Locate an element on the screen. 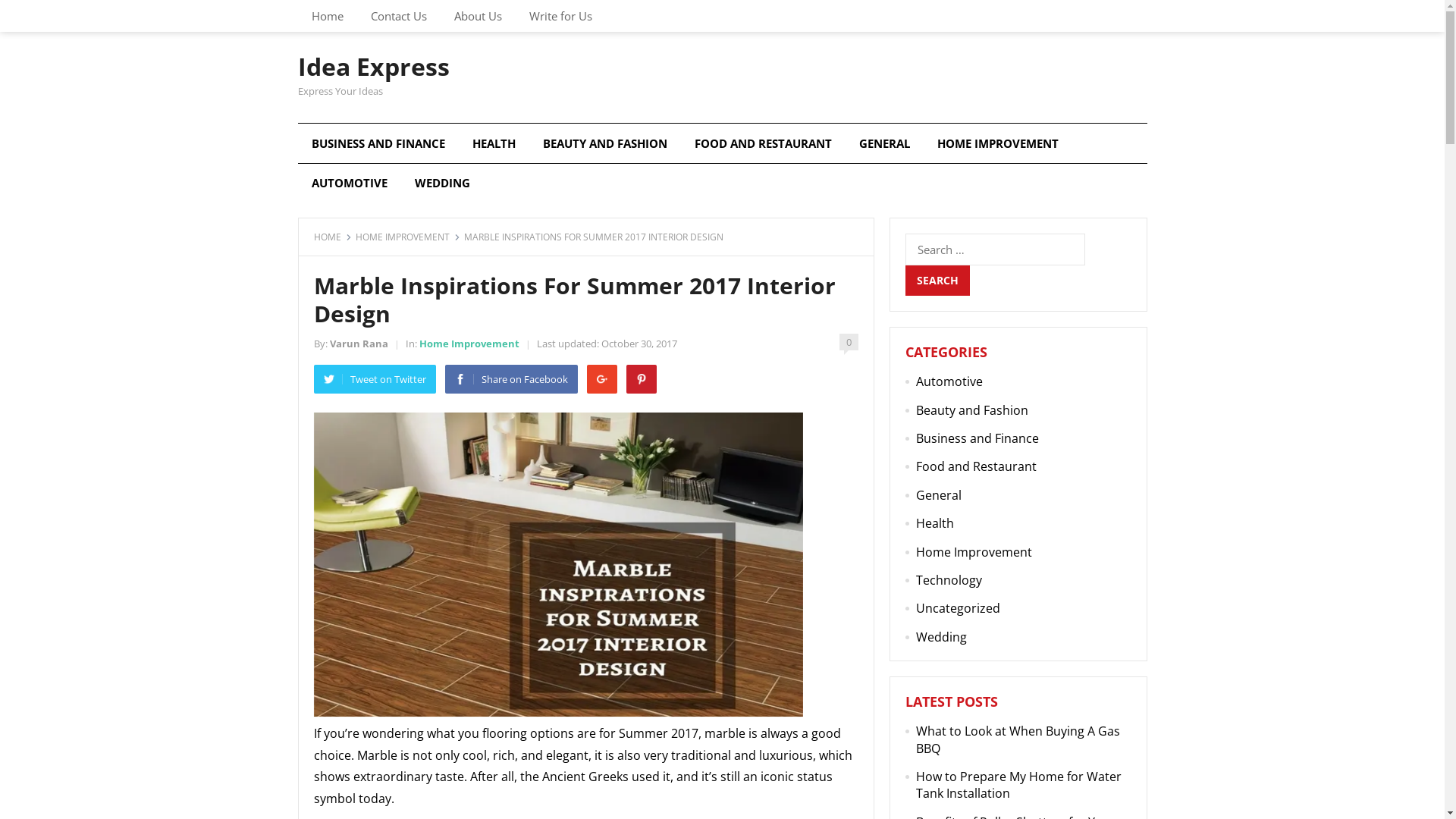 This screenshot has height=819, width=1456. 'Share on Facebook' is located at coordinates (510, 378).